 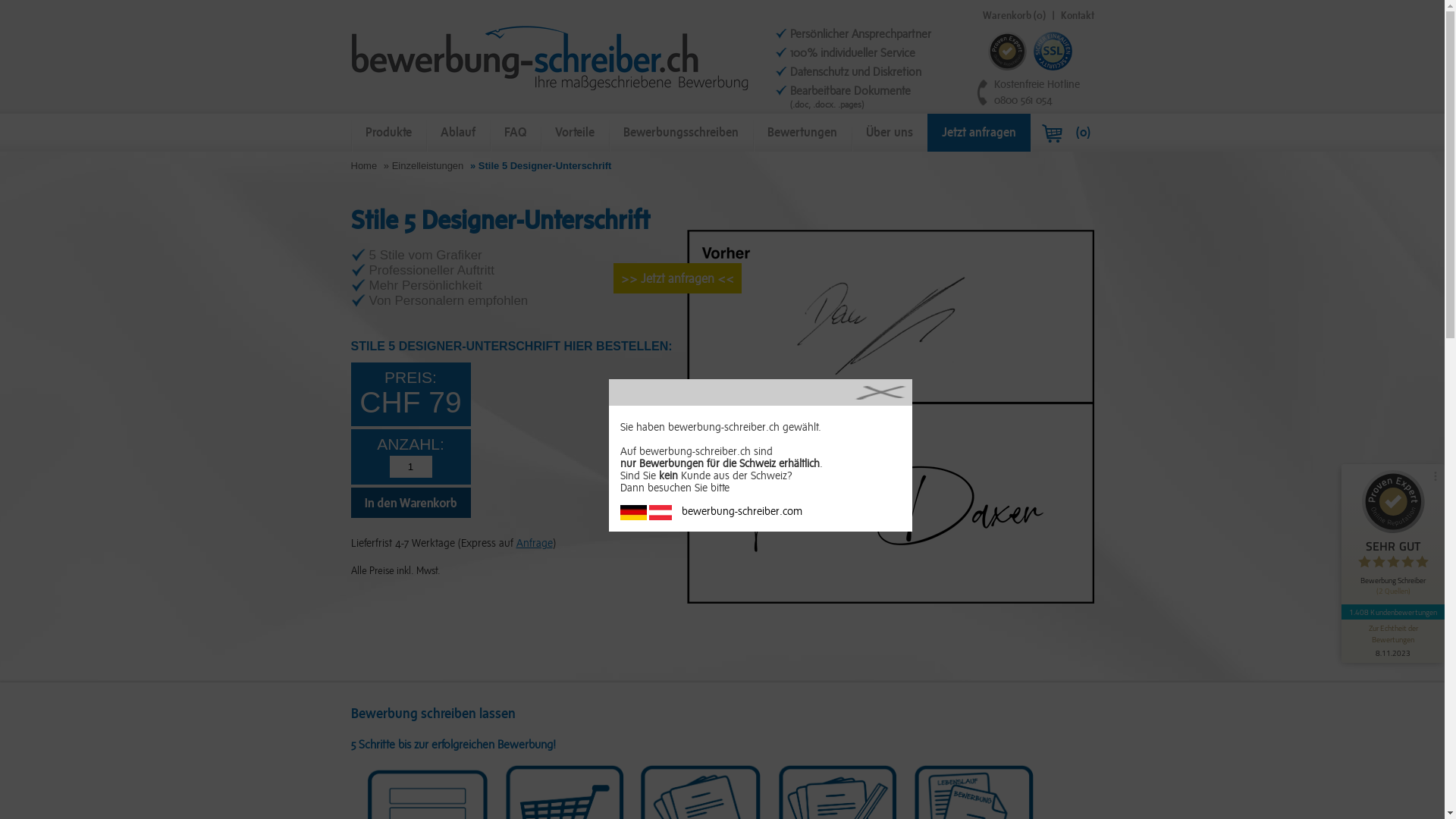 What do you see at coordinates (573, 131) in the screenshot?
I see `'Vorteile'` at bounding box center [573, 131].